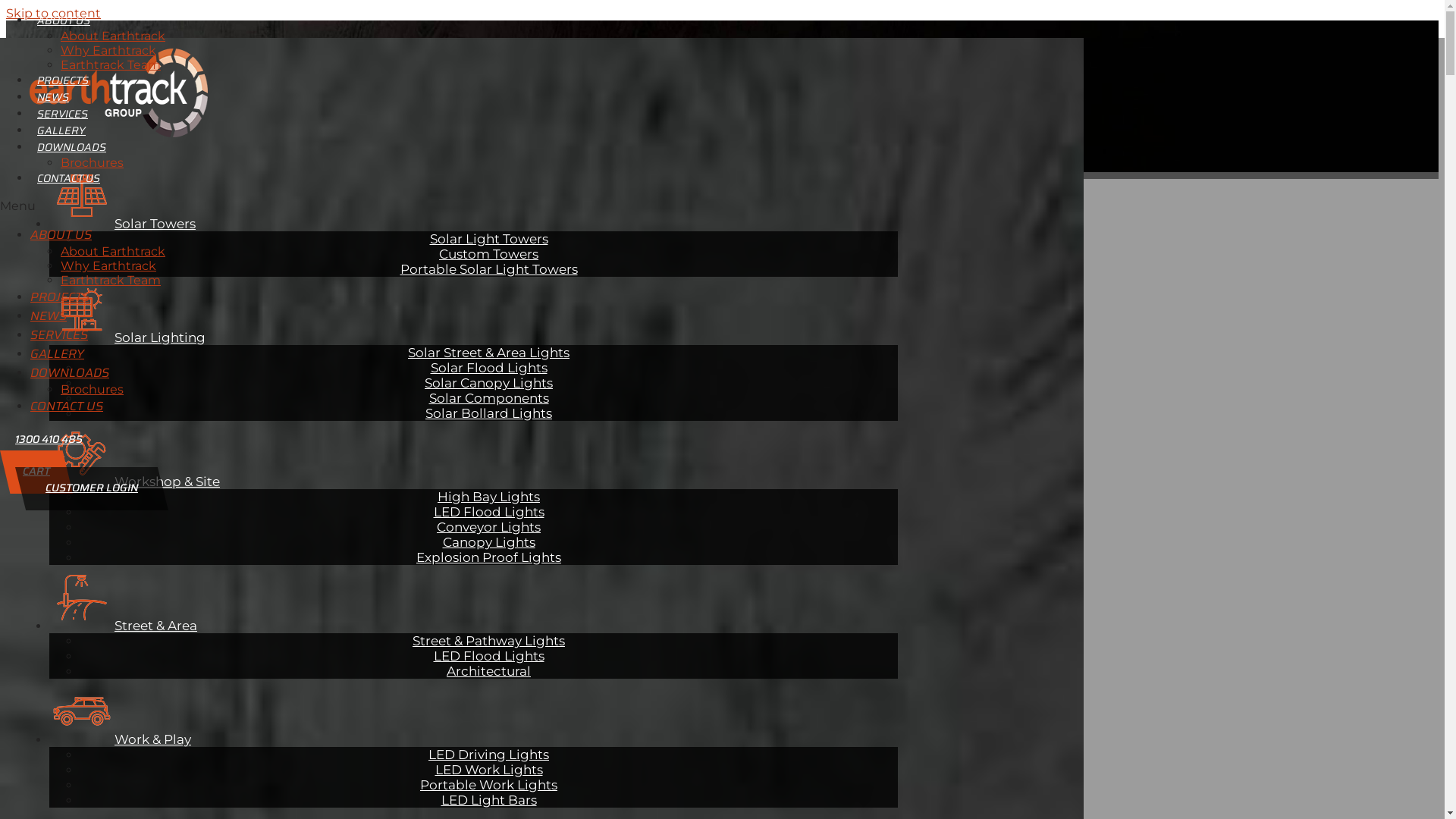 This screenshot has height=819, width=1456. What do you see at coordinates (488, 351) in the screenshot?
I see `'Solar Street & Area Lights'` at bounding box center [488, 351].